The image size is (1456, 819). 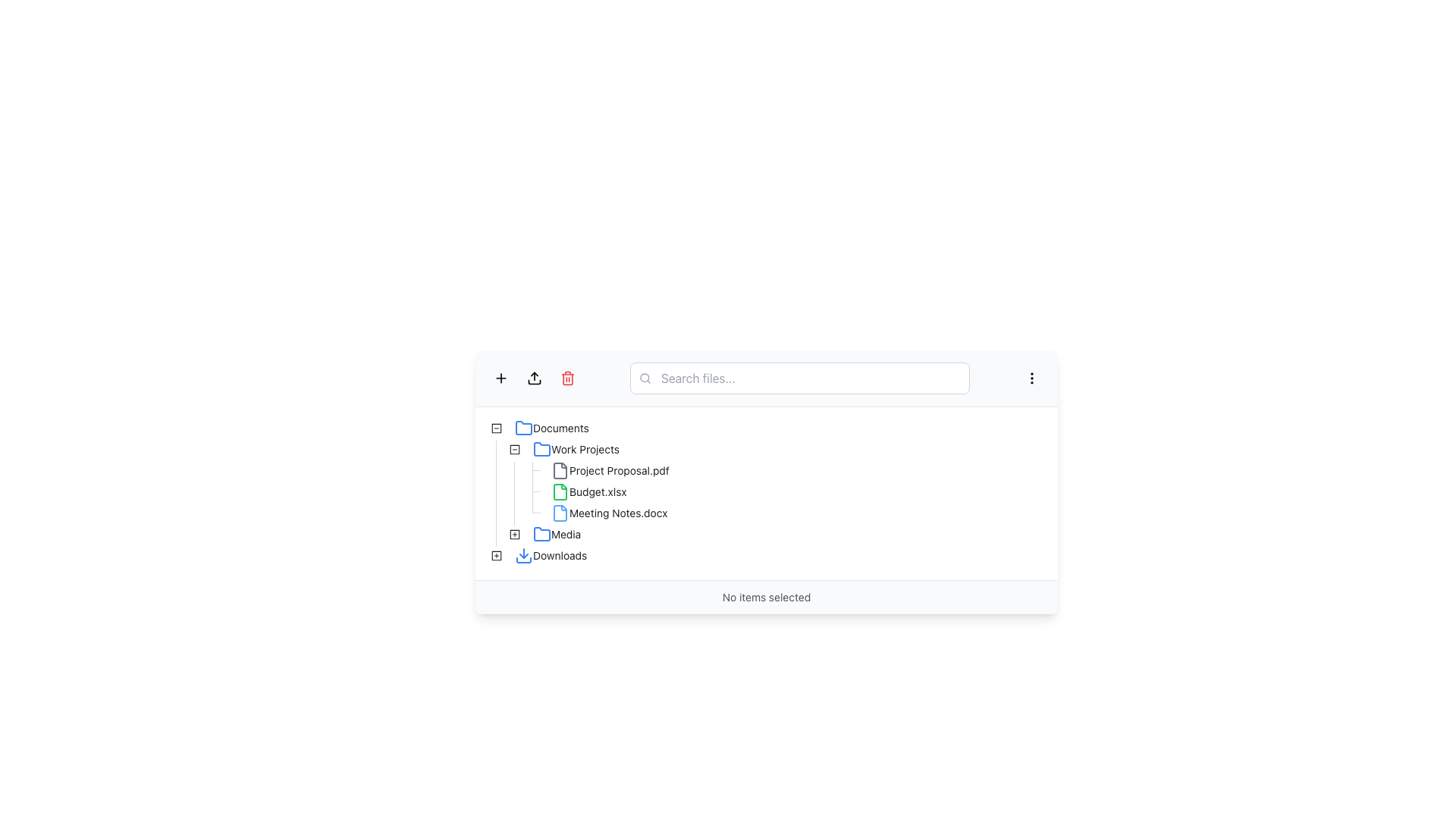 I want to click on the indentation marker located to the left of the 'Meeting Notes.docx' entry in the file tree layout, so click(x=506, y=513).